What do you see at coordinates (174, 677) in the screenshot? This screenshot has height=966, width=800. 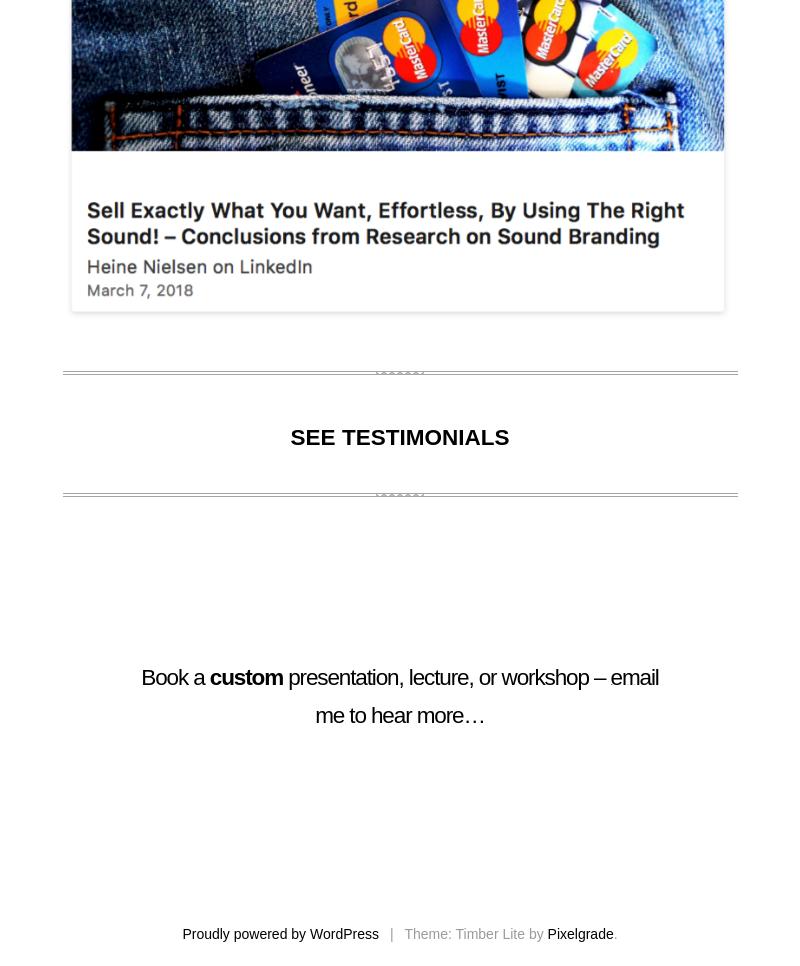 I see `'Book a'` at bounding box center [174, 677].